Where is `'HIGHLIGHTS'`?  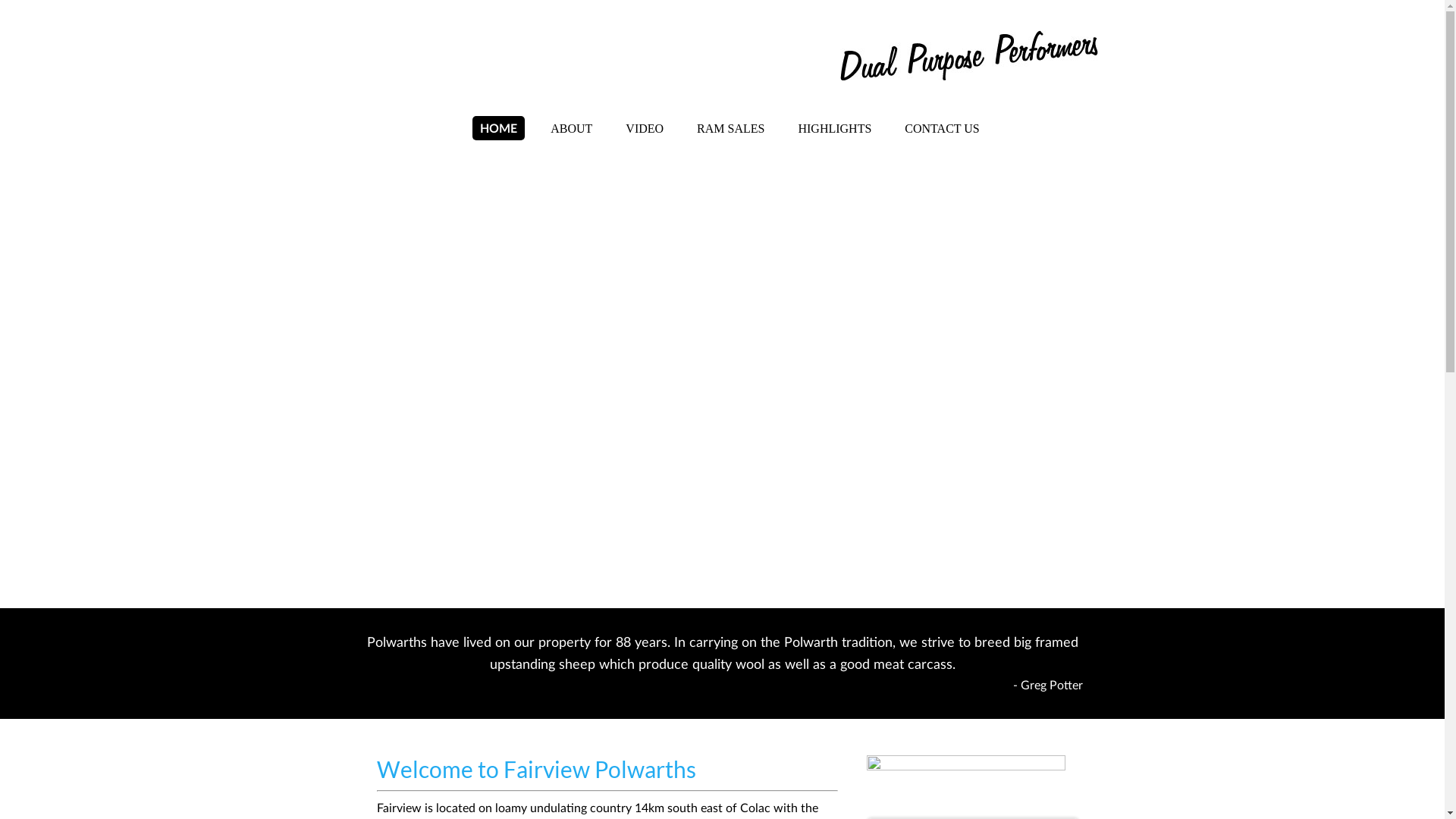
'HIGHLIGHTS' is located at coordinates (833, 127).